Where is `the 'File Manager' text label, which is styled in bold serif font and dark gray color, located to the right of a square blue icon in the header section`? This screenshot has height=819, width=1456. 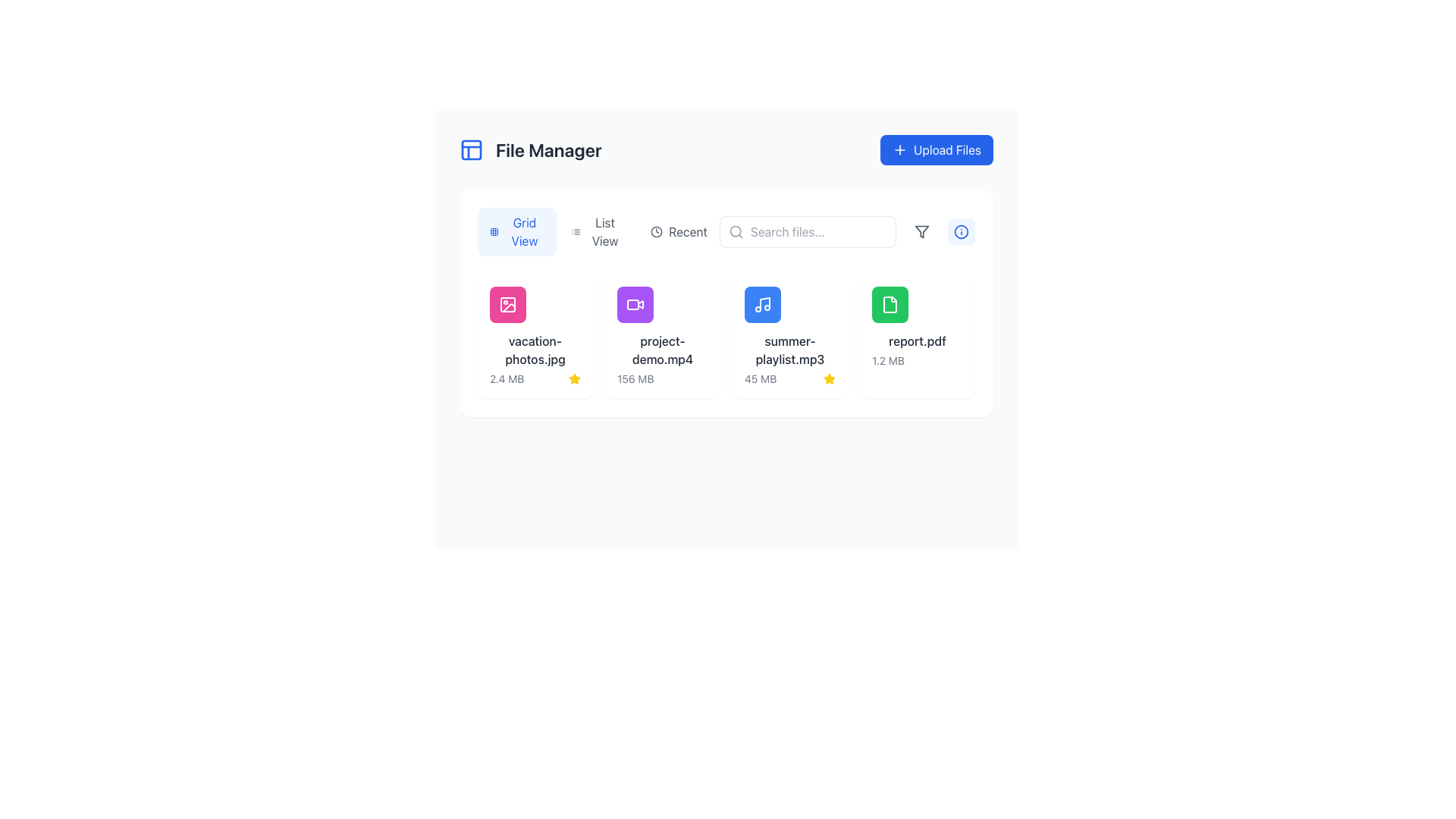
the 'File Manager' text label, which is styled in bold serif font and dark gray color, located to the right of a square blue icon in the header section is located at coordinates (548, 149).